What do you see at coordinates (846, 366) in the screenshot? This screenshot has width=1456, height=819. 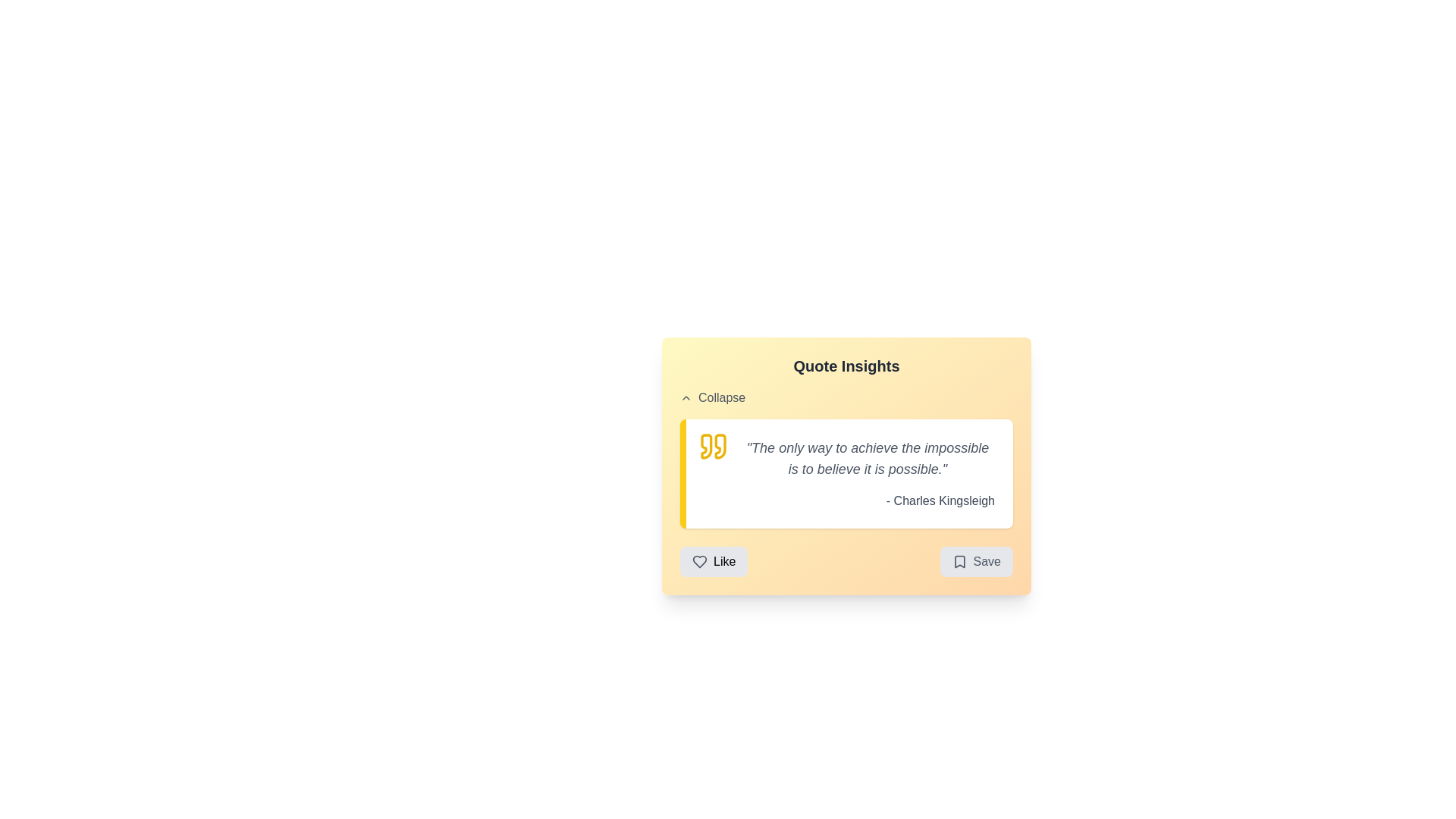 I see `the text label that serves as the title or header of the card section, which is centrally aligned at the top of the card, above other elements` at bounding box center [846, 366].